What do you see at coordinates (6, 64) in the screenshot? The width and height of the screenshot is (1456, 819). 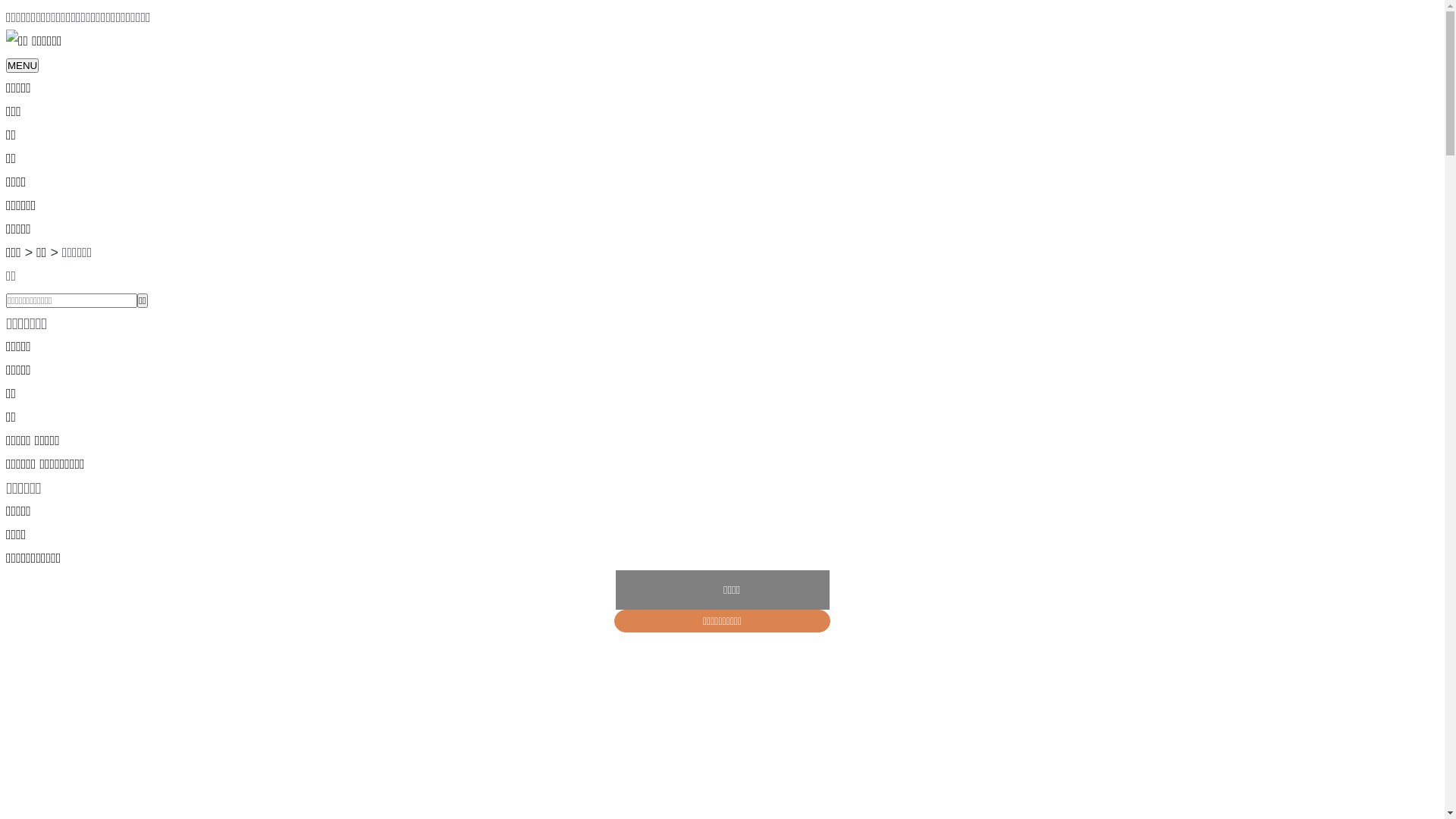 I see `'MENU'` at bounding box center [6, 64].